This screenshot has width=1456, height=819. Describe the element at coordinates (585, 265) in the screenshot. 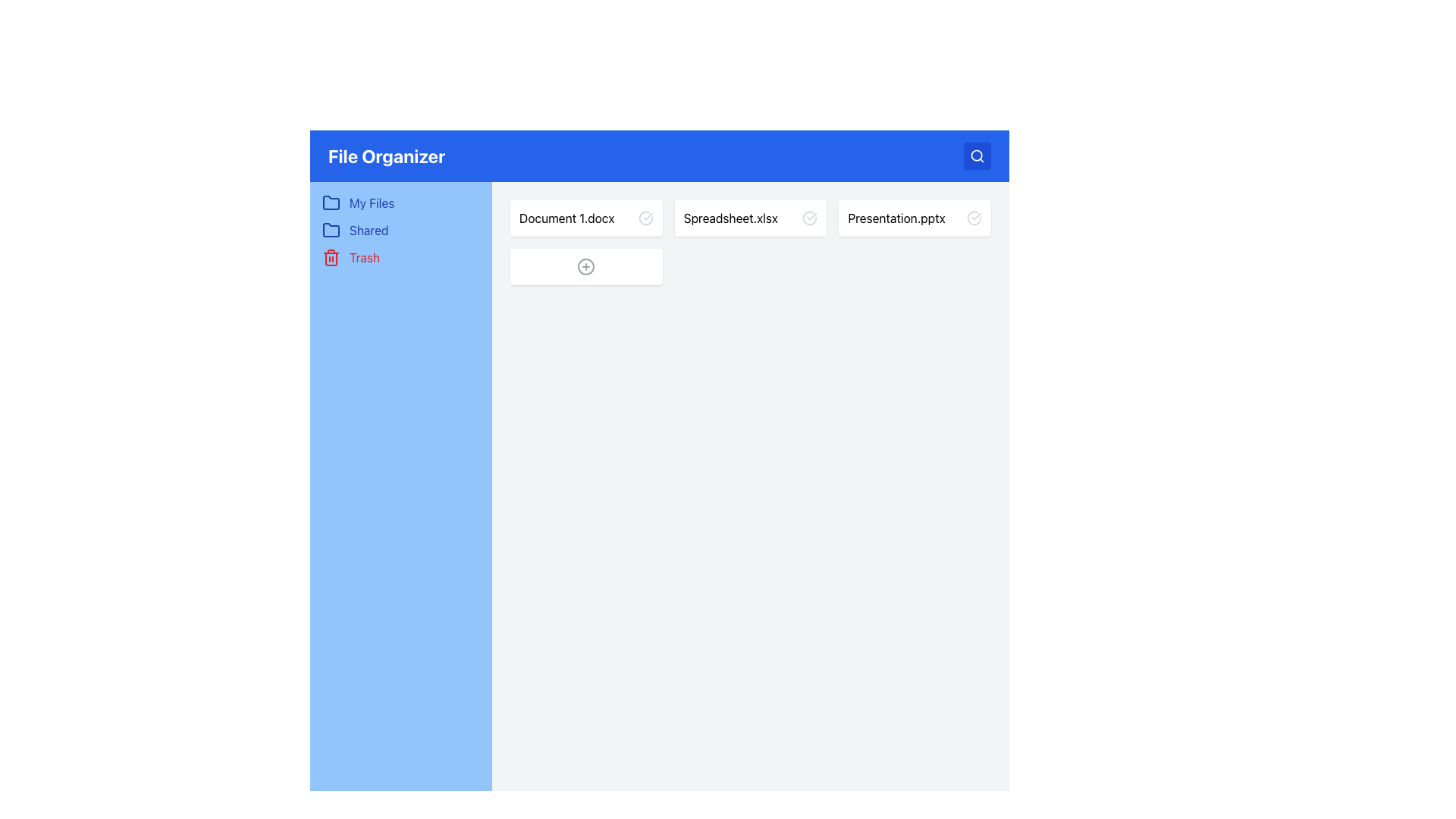

I see `the interactive button located below the first column containing 'Document 1.docx'` at that location.